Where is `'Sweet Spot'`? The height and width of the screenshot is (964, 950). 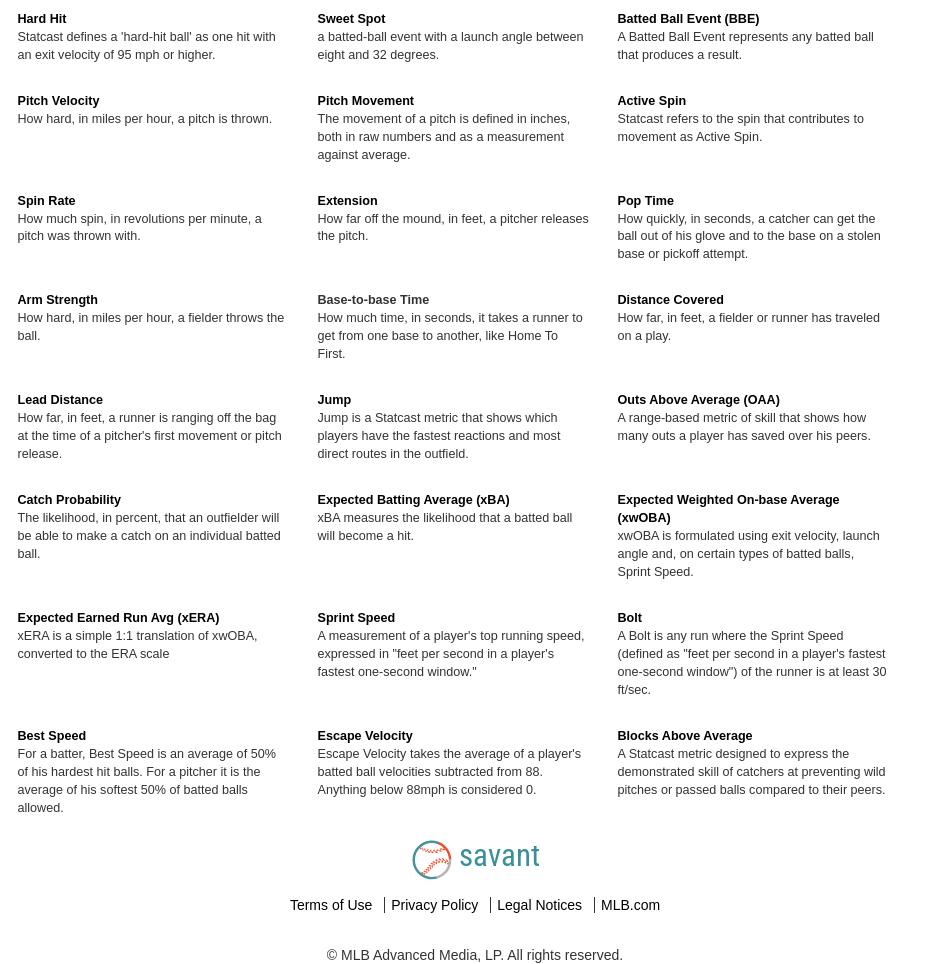 'Sweet Spot' is located at coordinates (350, 17).